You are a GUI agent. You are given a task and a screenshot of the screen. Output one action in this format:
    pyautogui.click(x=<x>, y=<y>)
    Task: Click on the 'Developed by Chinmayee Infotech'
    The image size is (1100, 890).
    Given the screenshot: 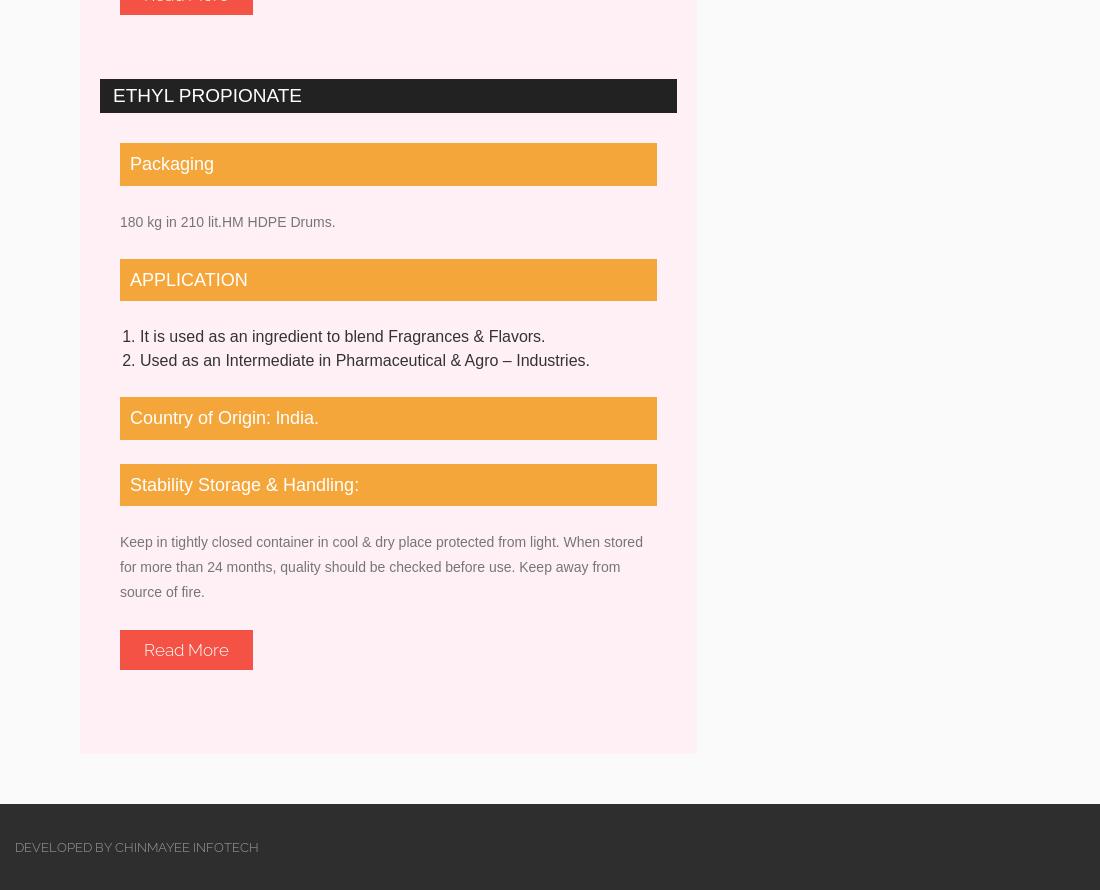 What is the action you would take?
    pyautogui.click(x=136, y=845)
    